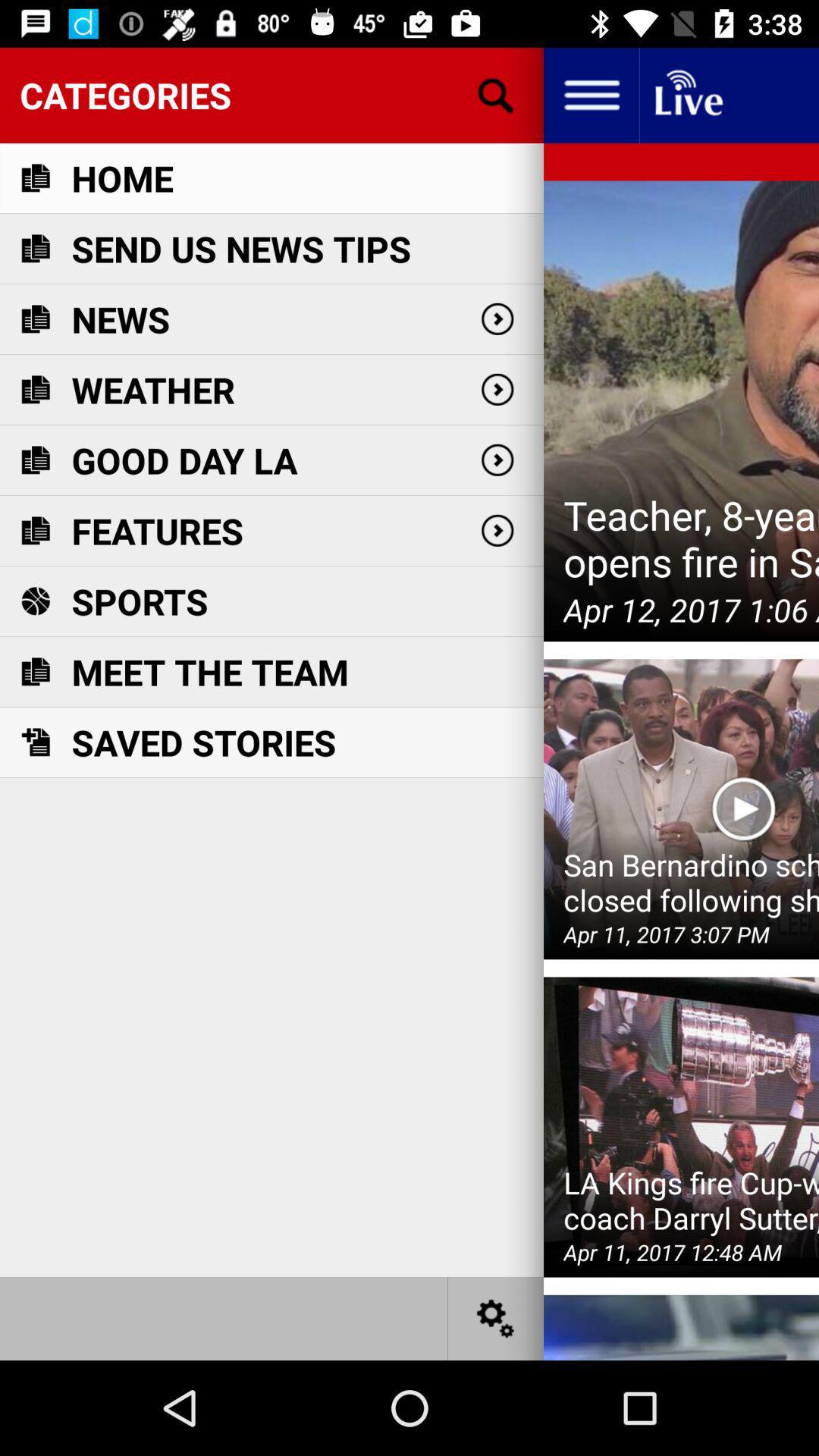 This screenshot has height=1456, width=819. Describe the element at coordinates (121, 178) in the screenshot. I see `the item above the send us news icon` at that location.